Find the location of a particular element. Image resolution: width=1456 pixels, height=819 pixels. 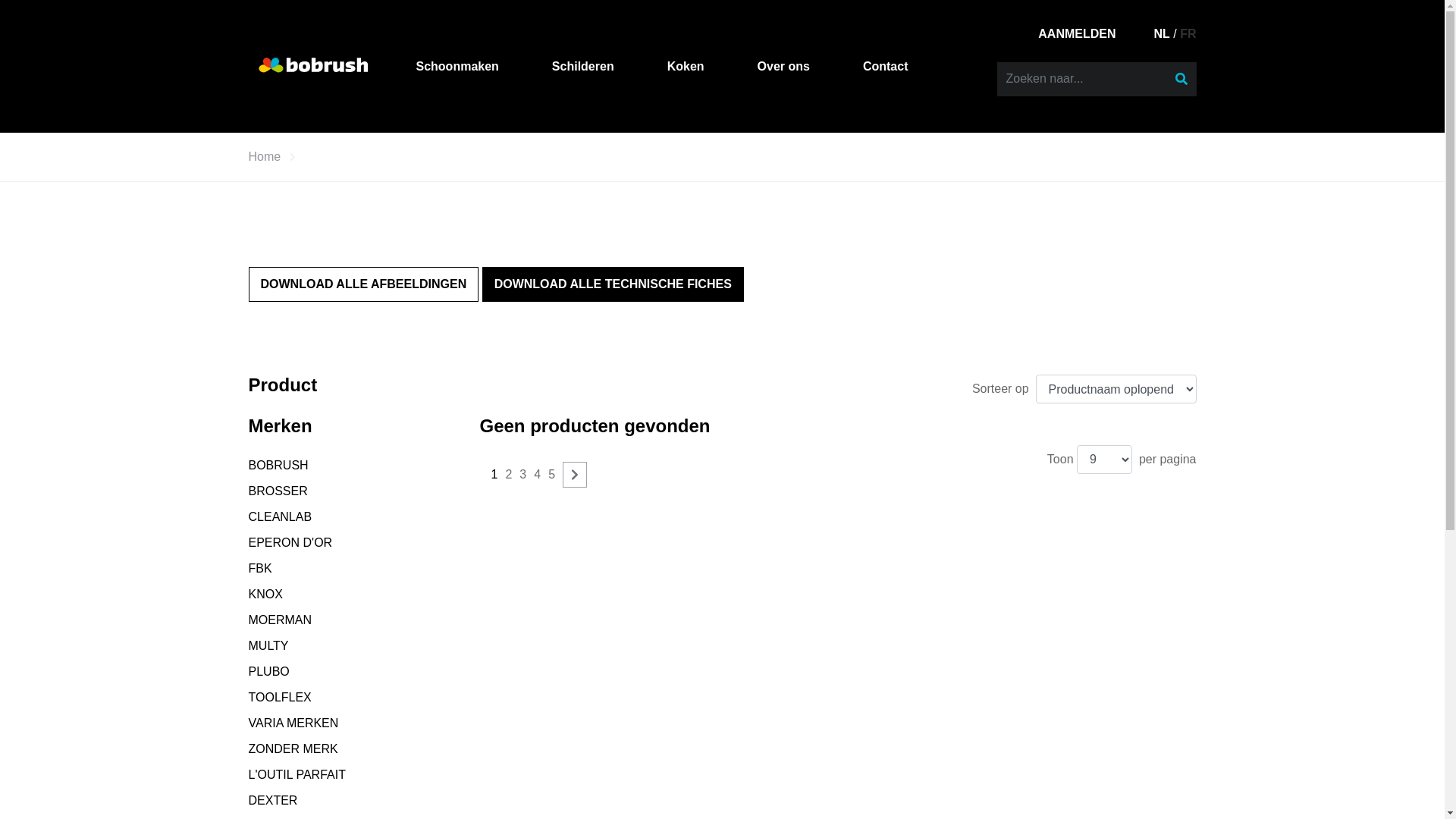

'TOOLFLEX' is located at coordinates (248, 698).